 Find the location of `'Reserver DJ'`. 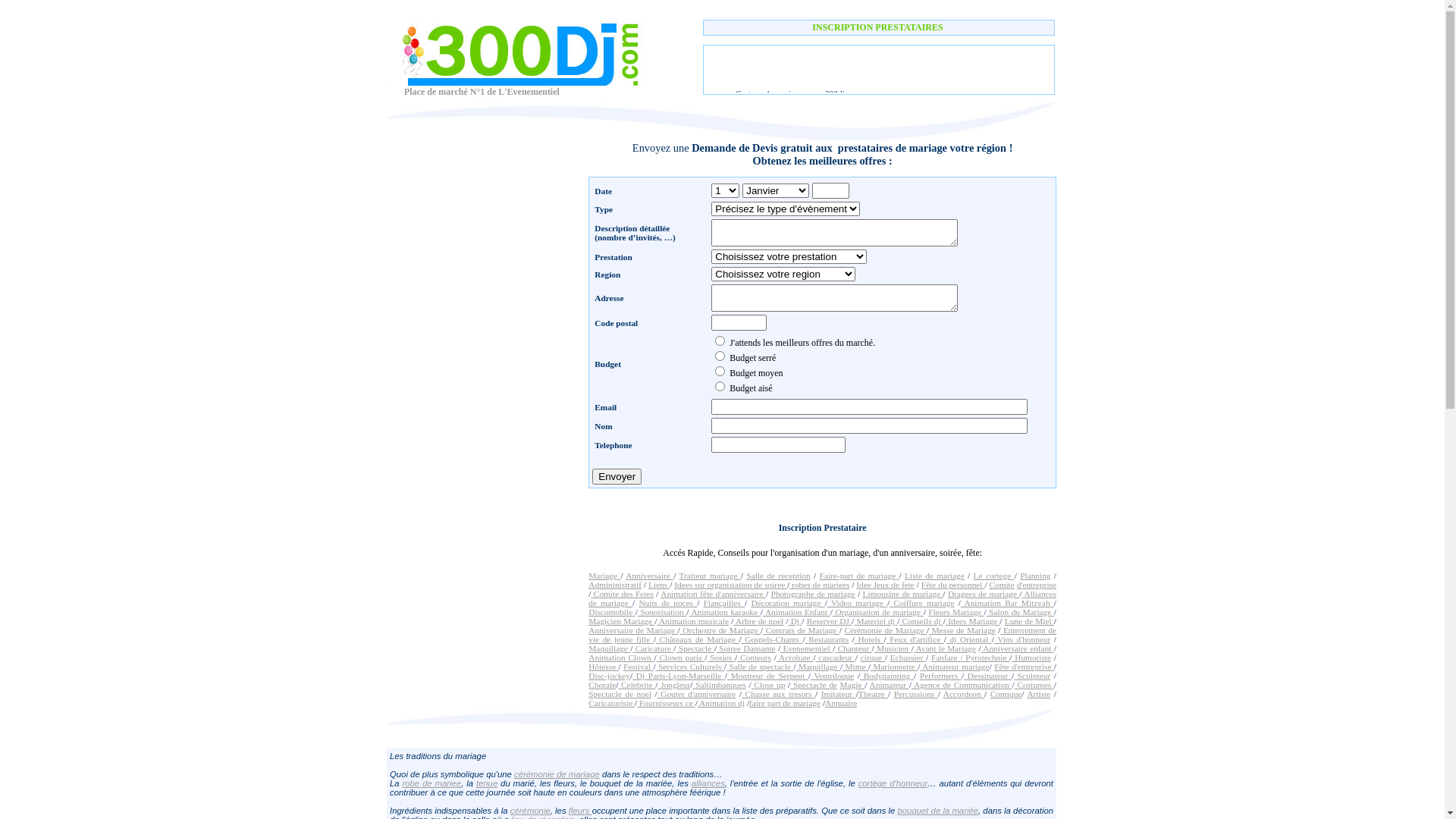

'Reserver DJ' is located at coordinates (806, 620).